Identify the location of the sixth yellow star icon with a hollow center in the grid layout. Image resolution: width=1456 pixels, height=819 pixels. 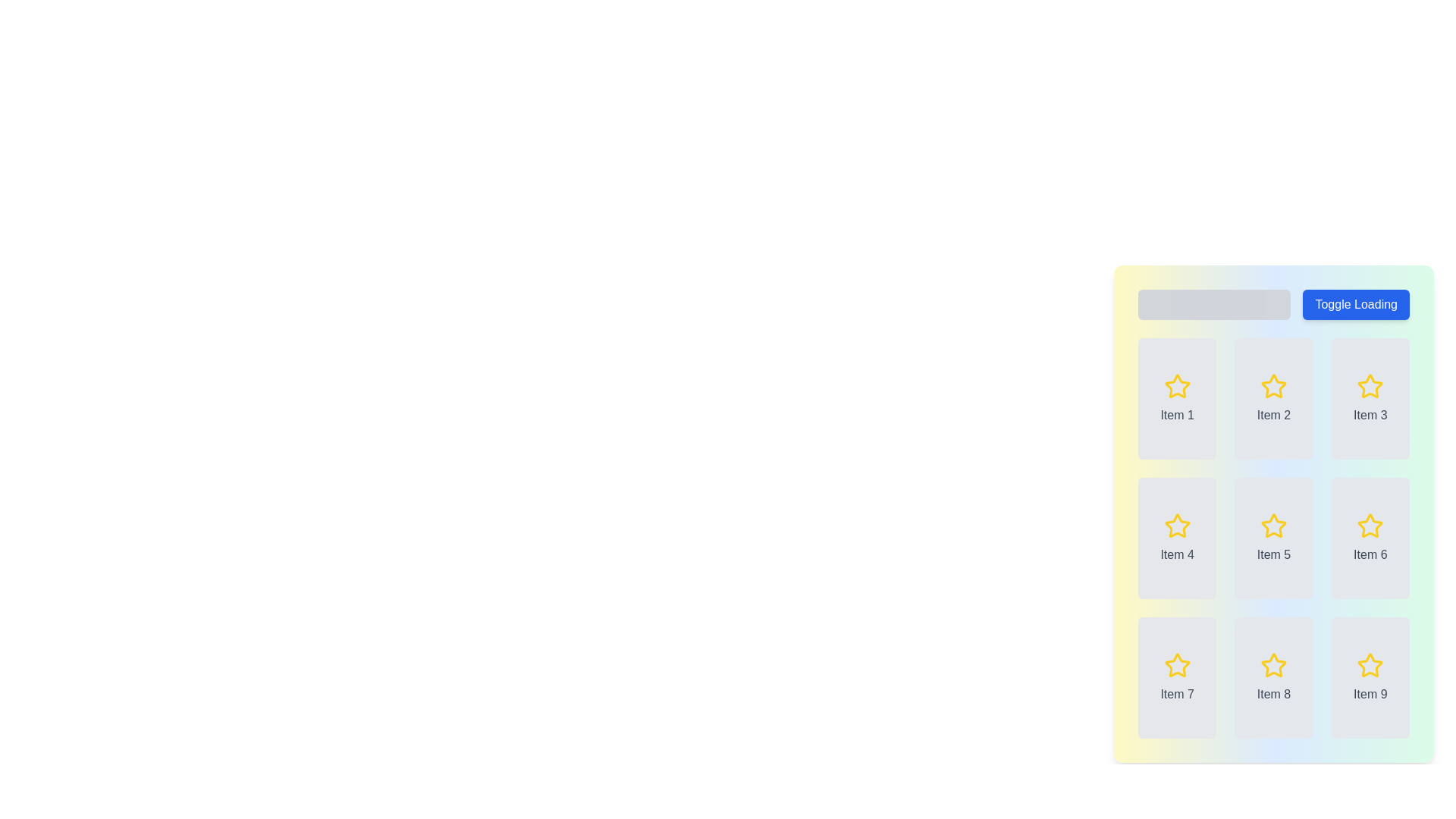
(1370, 525).